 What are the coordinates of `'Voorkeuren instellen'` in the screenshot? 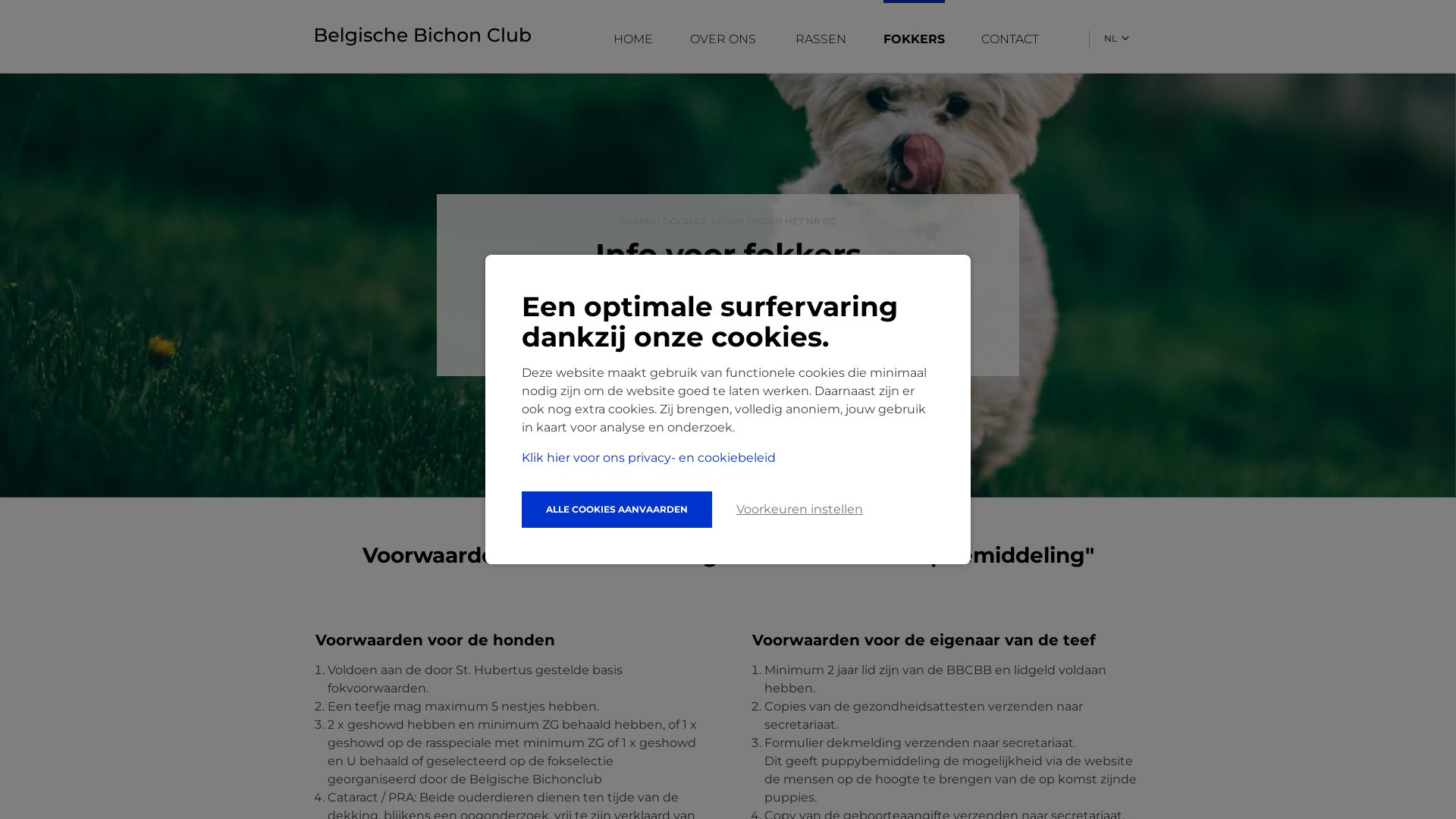 It's located at (799, 509).